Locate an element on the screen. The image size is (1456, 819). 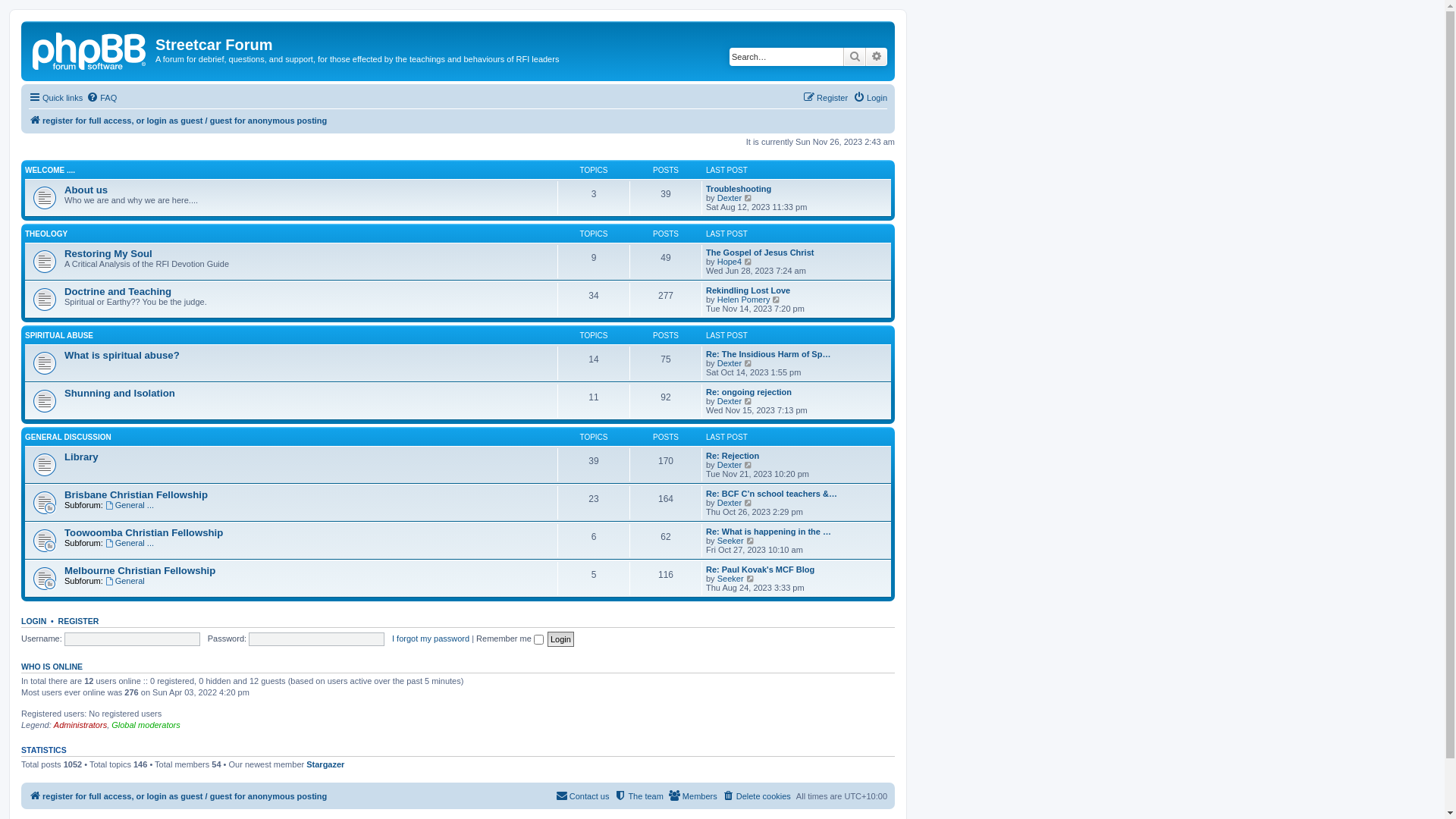
'SPIRITUAL ABUSE' is located at coordinates (58, 334).